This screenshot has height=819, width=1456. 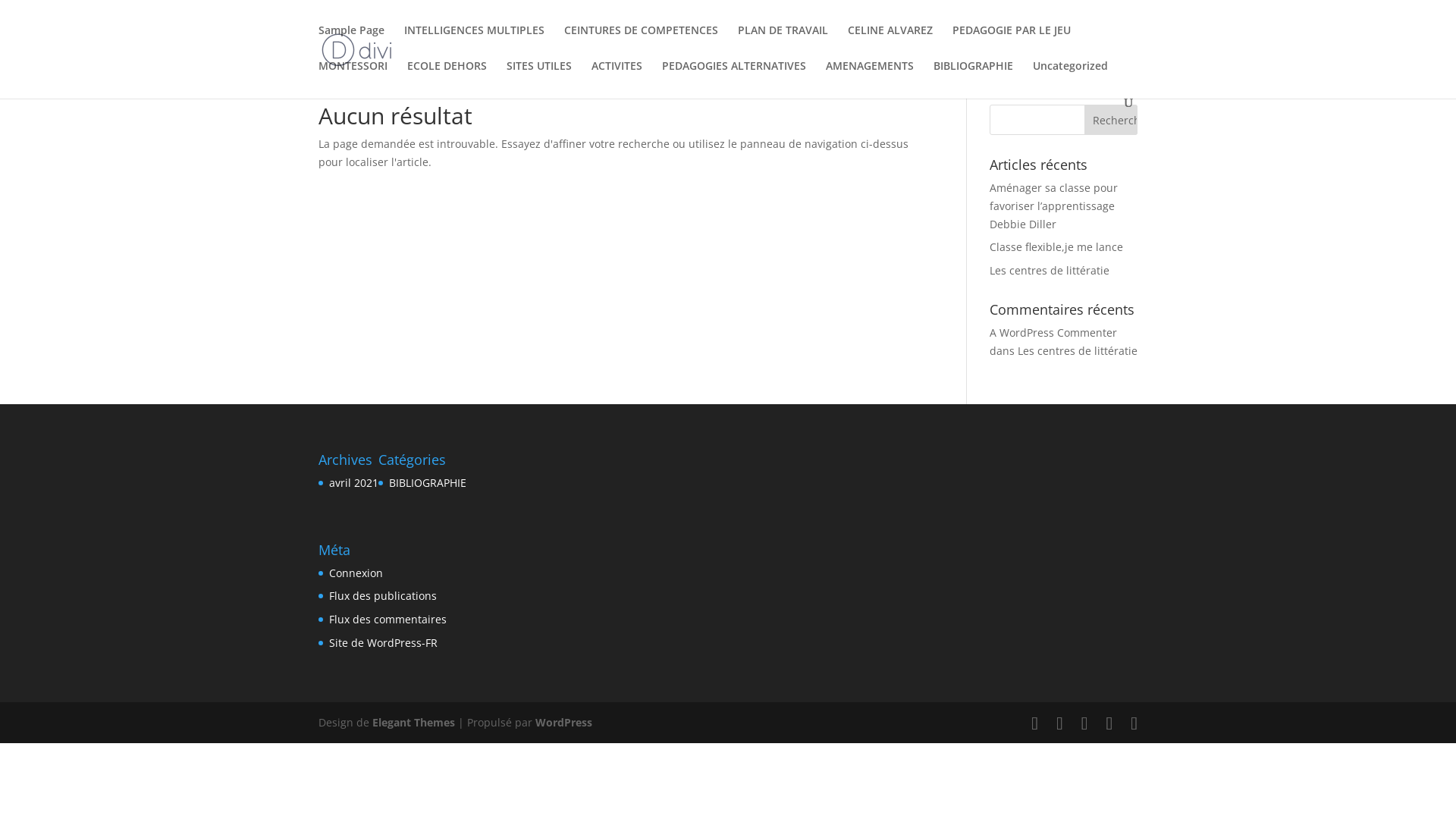 I want to click on 'PLAN DE TRAVAIL', so click(x=783, y=42).